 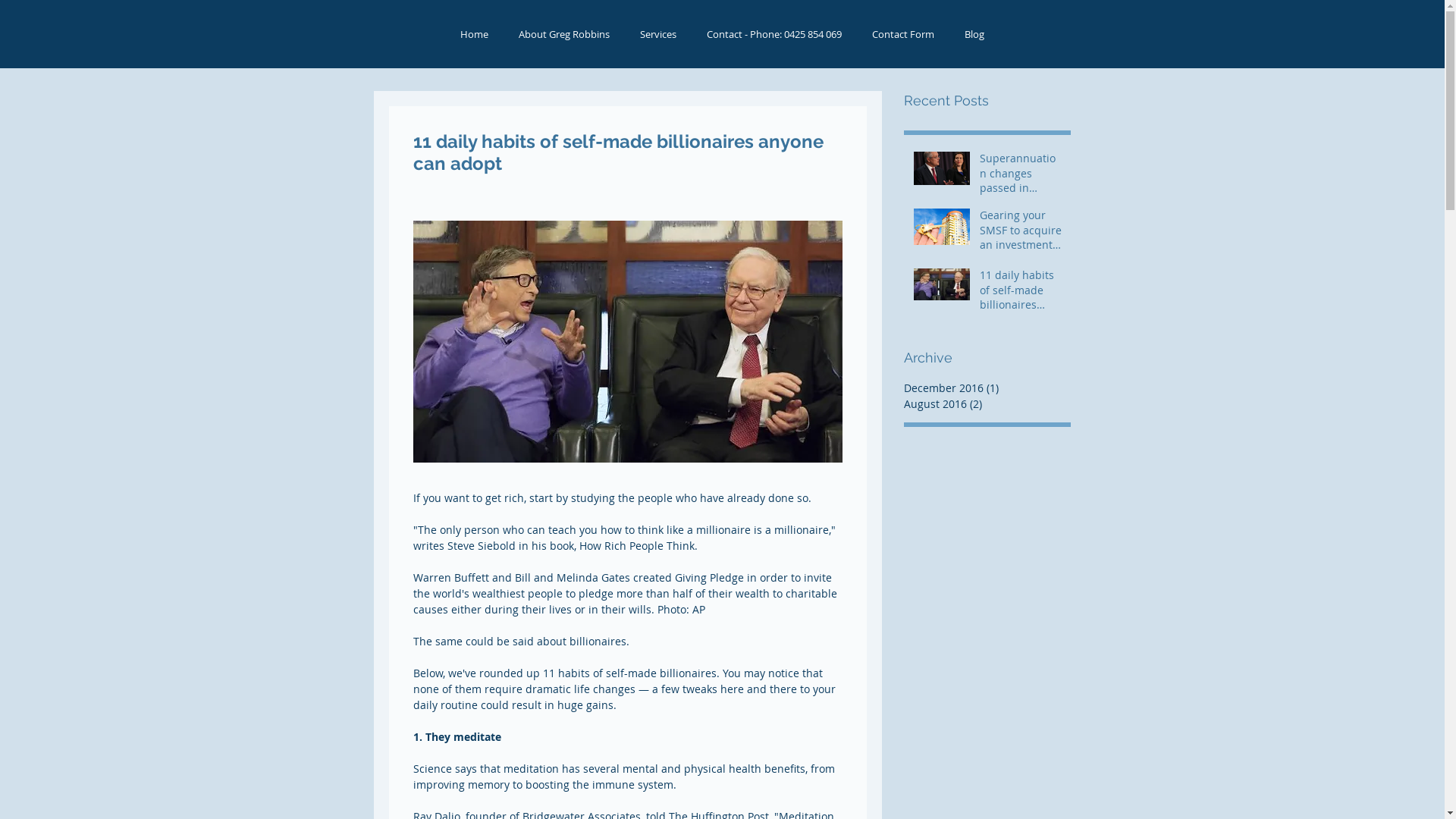 I want to click on 'Superannuation changes passed in Parliament', so click(x=979, y=175).